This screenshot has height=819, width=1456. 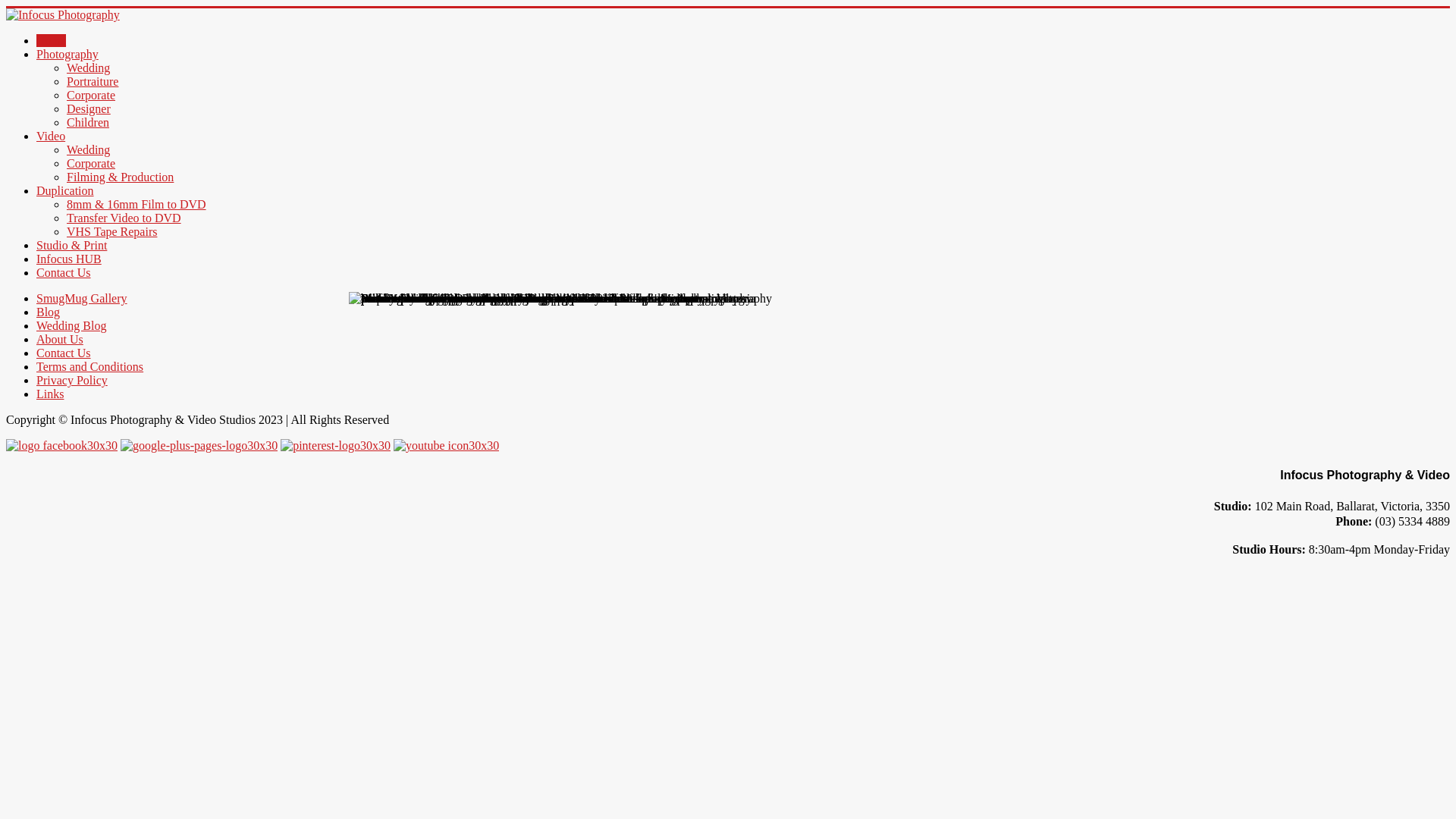 What do you see at coordinates (67, 53) in the screenshot?
I see `'Photography'` at bounding box center [67, 53].